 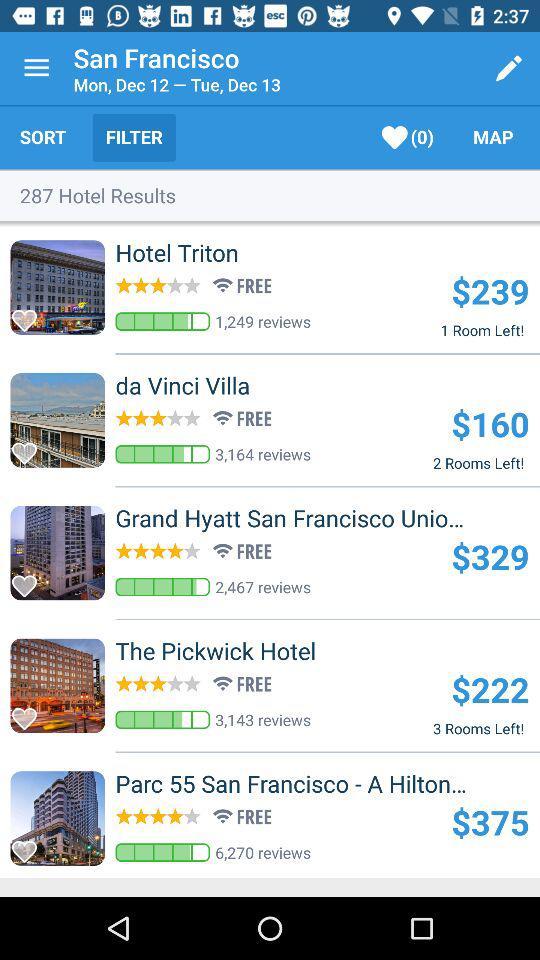 What do you see at coordinates (29, 845) in the screenshot?
I see `to favorites` at bounding box center [29, 845].